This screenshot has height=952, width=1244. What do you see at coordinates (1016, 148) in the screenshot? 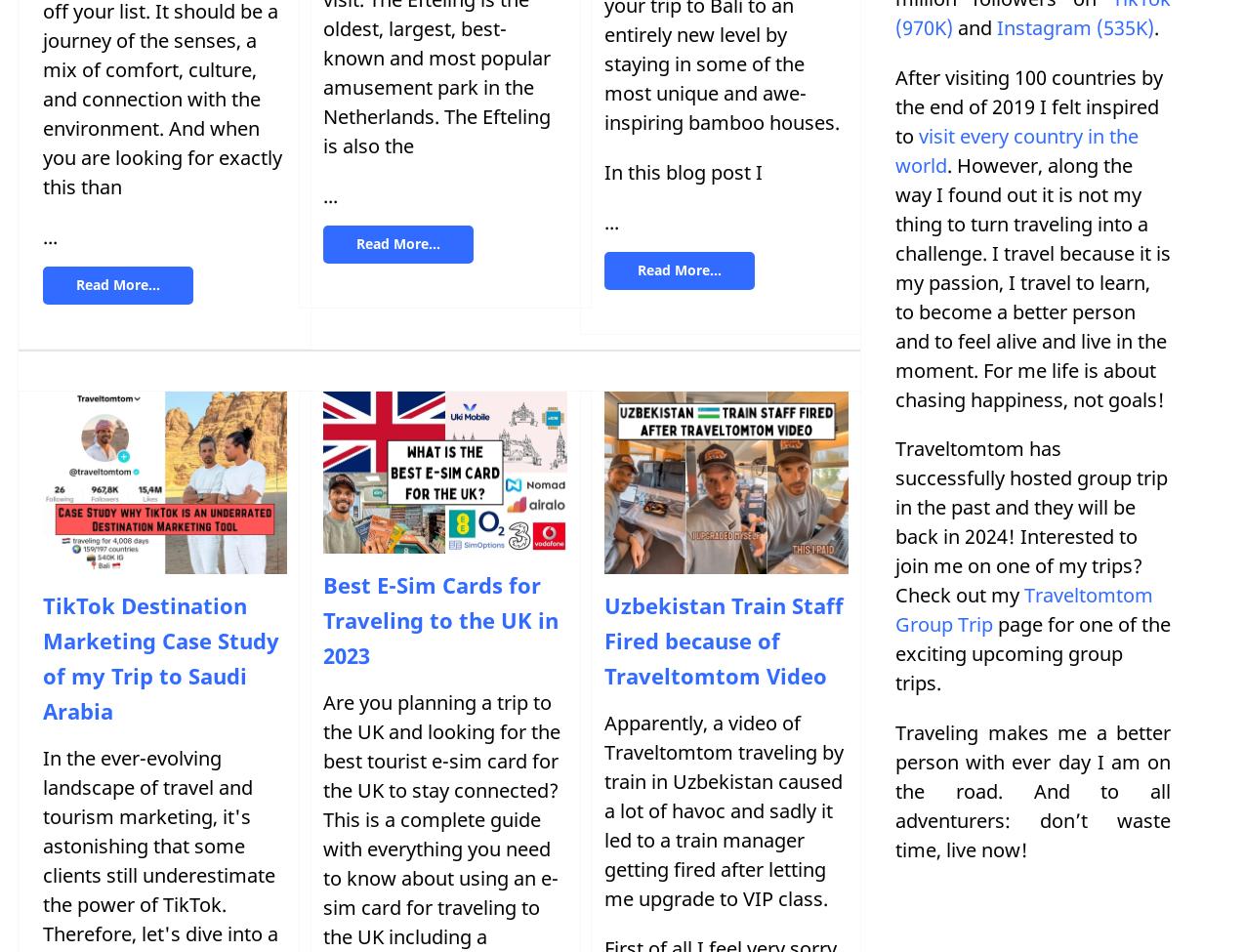
I see `'visit every country in the world'` at bounding box center [1016, 148].